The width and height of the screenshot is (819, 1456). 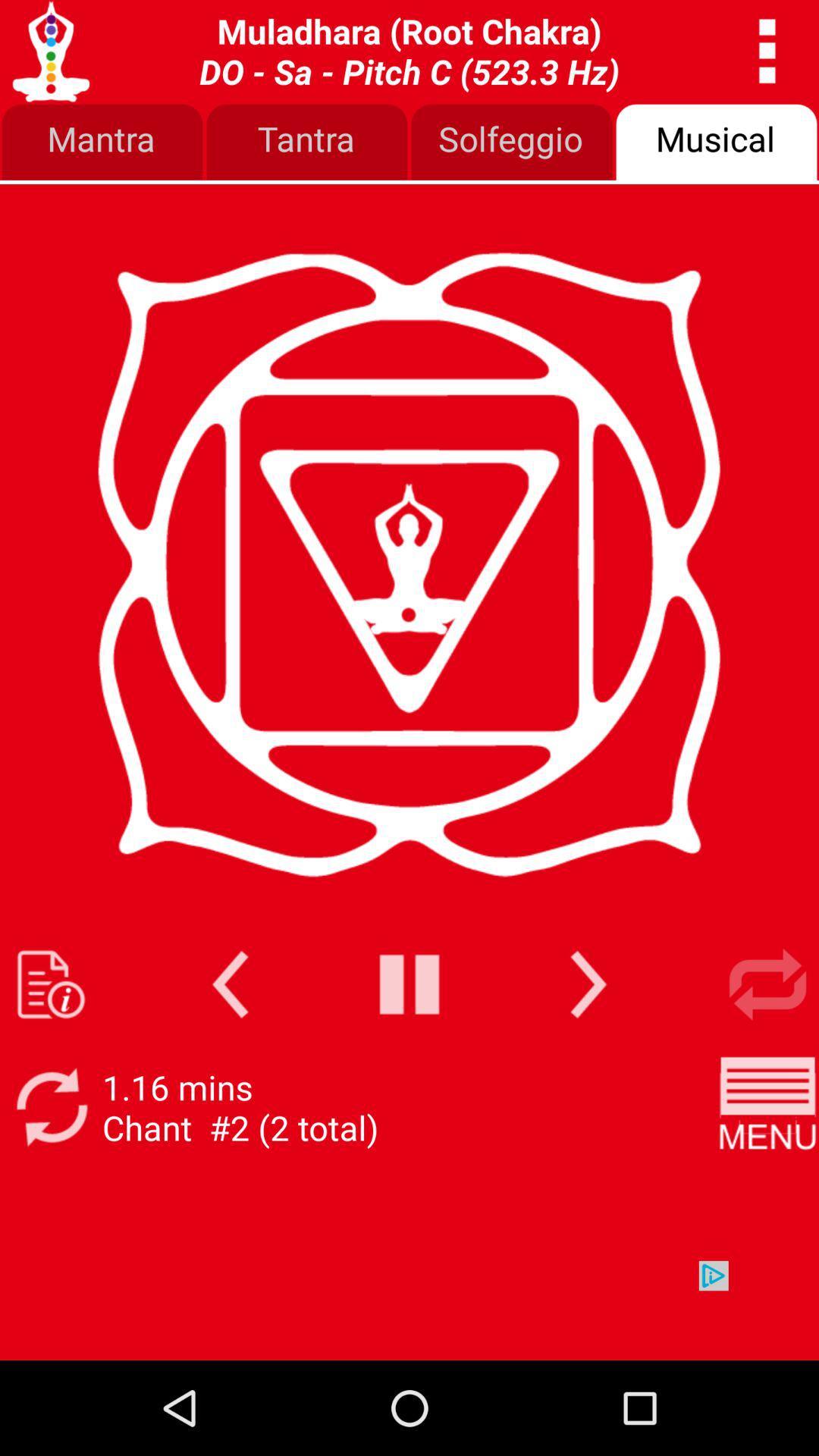 I want to click on the tantra icon, so click(x=307, y=143).